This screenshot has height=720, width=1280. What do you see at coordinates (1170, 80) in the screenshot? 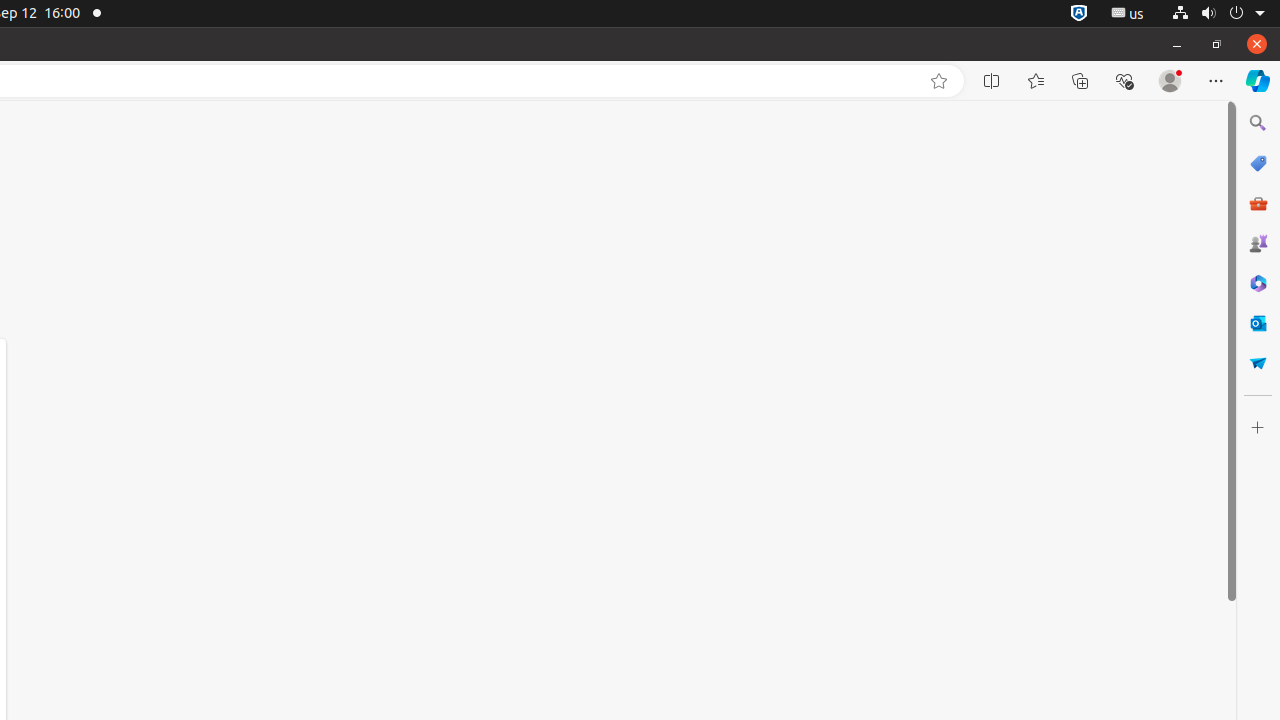
I see `'Profile 1 Profile, Please sign in'` at bounding box center [1170, 80].